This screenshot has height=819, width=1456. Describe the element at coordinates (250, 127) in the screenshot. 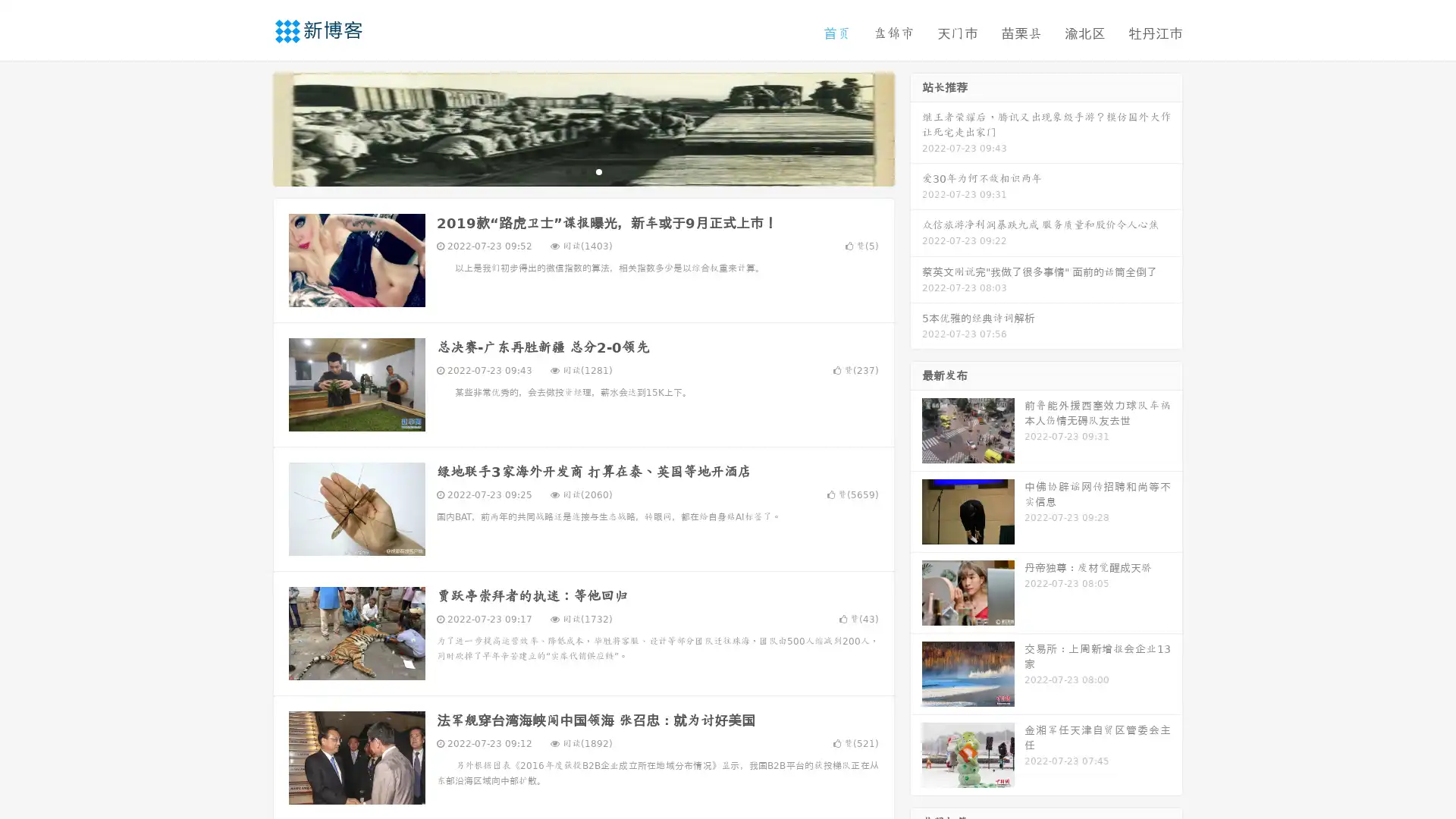

I see `Previous slide` at that location.